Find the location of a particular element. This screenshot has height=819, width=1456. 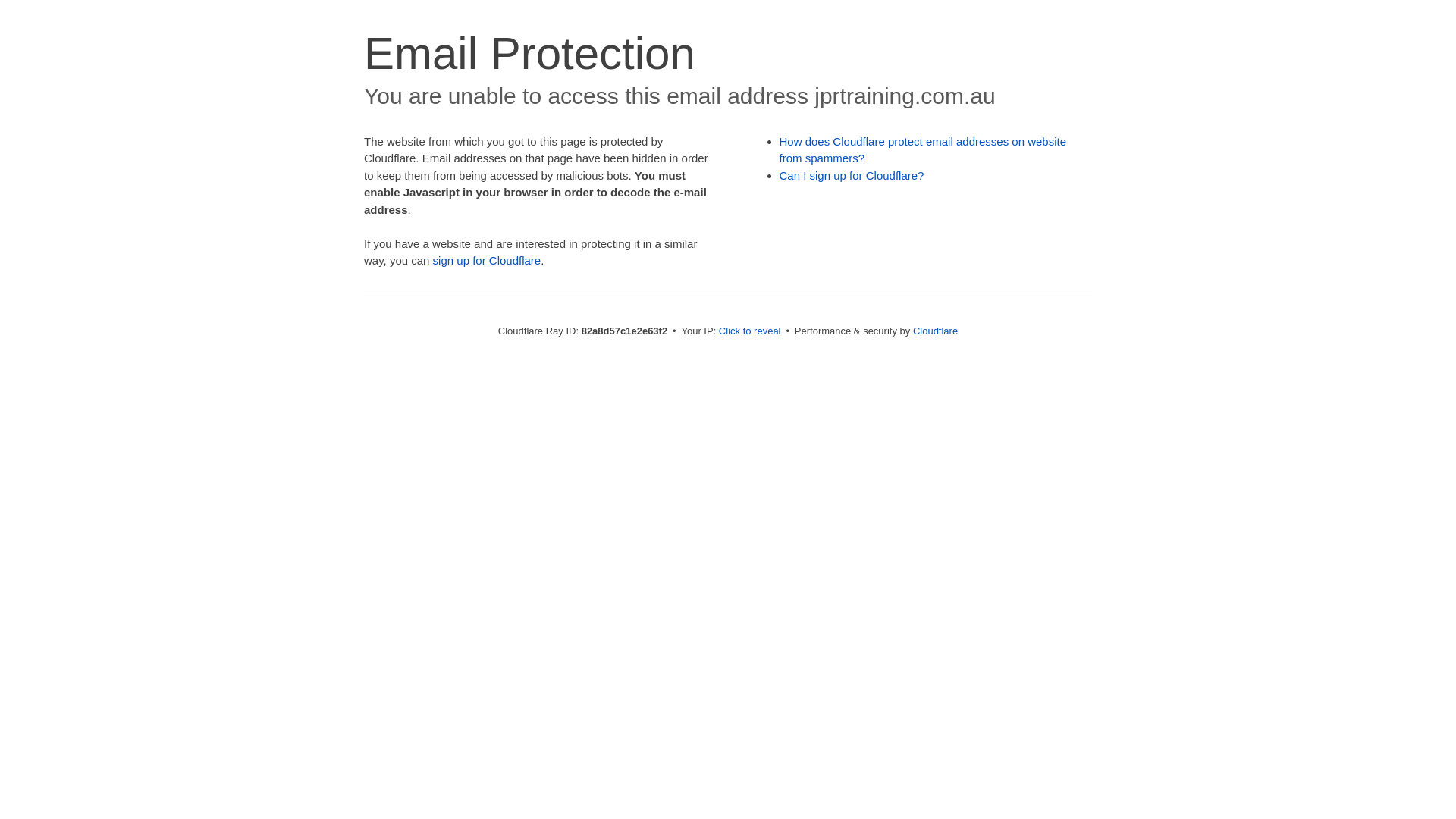

'Cloudflare' is located at coordinates (934, 330).